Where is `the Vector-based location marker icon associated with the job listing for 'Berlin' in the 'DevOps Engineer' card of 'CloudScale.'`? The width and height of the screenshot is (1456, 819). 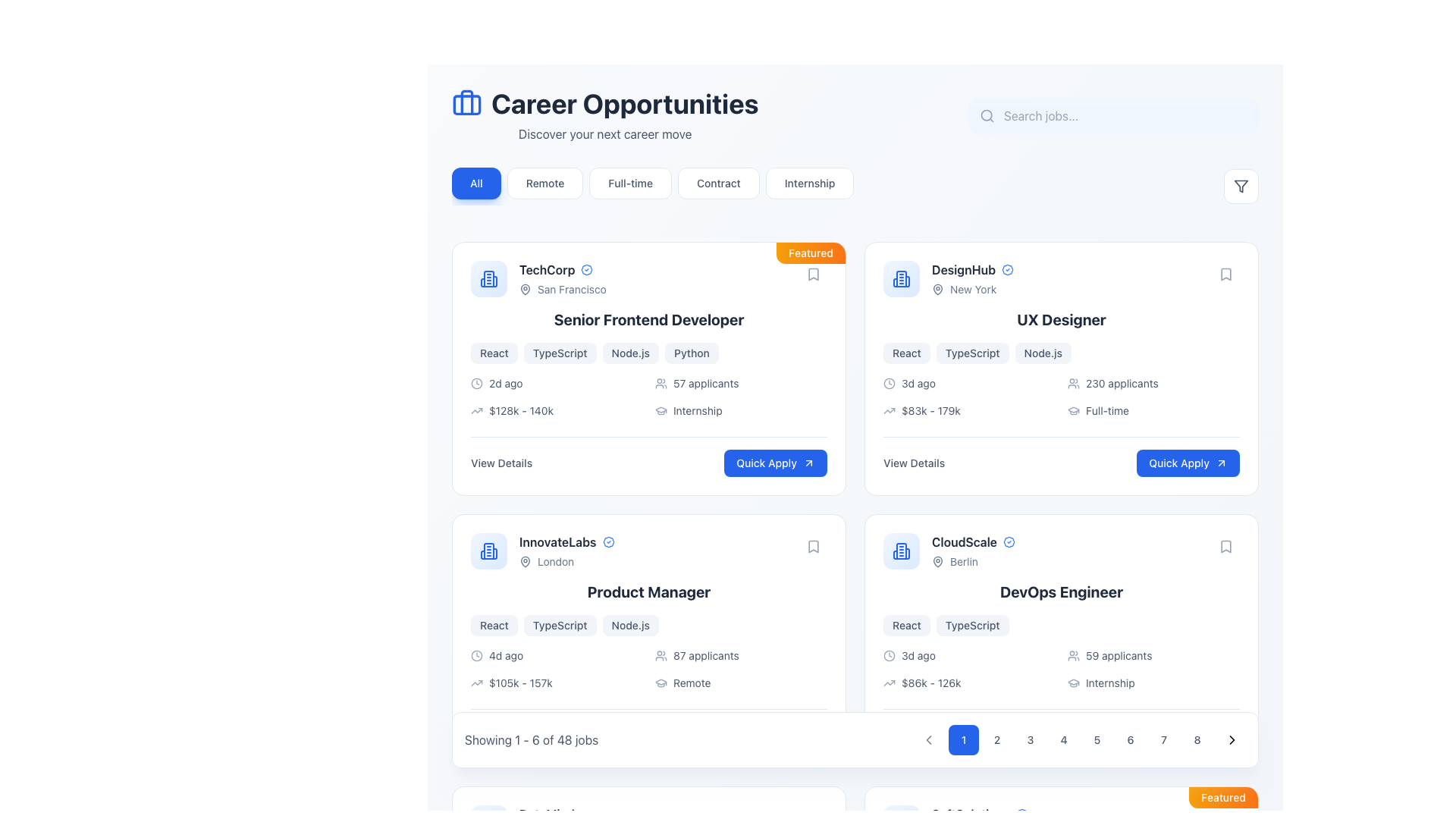 the Vector-based location marker icon associated with the job listing for 'Berlin' in the 'DevOps Engineer' card of 'CloudScale.' is located at coordinates (937, 561).